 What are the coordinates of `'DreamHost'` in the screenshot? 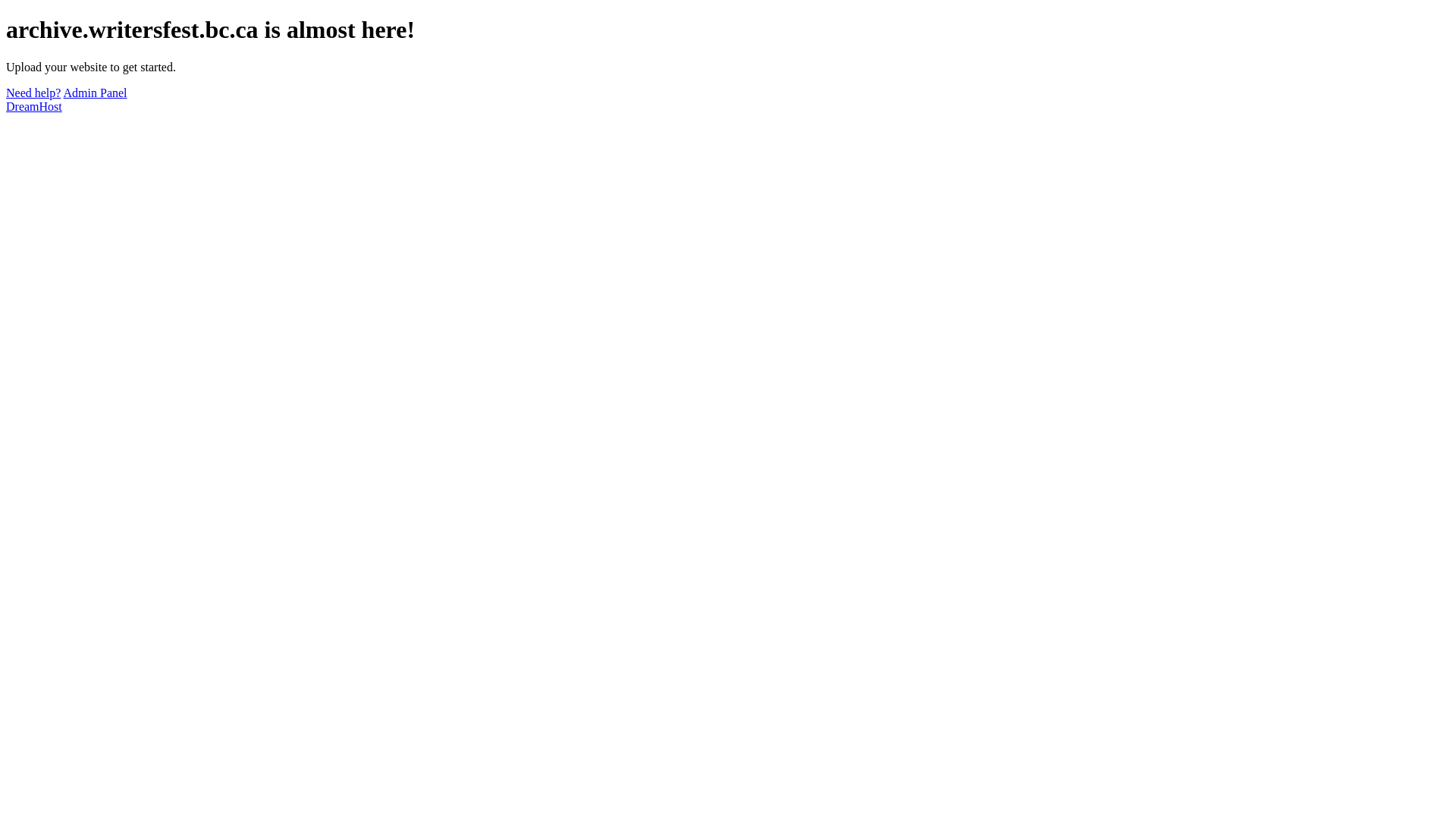 It's located at (33, 105).